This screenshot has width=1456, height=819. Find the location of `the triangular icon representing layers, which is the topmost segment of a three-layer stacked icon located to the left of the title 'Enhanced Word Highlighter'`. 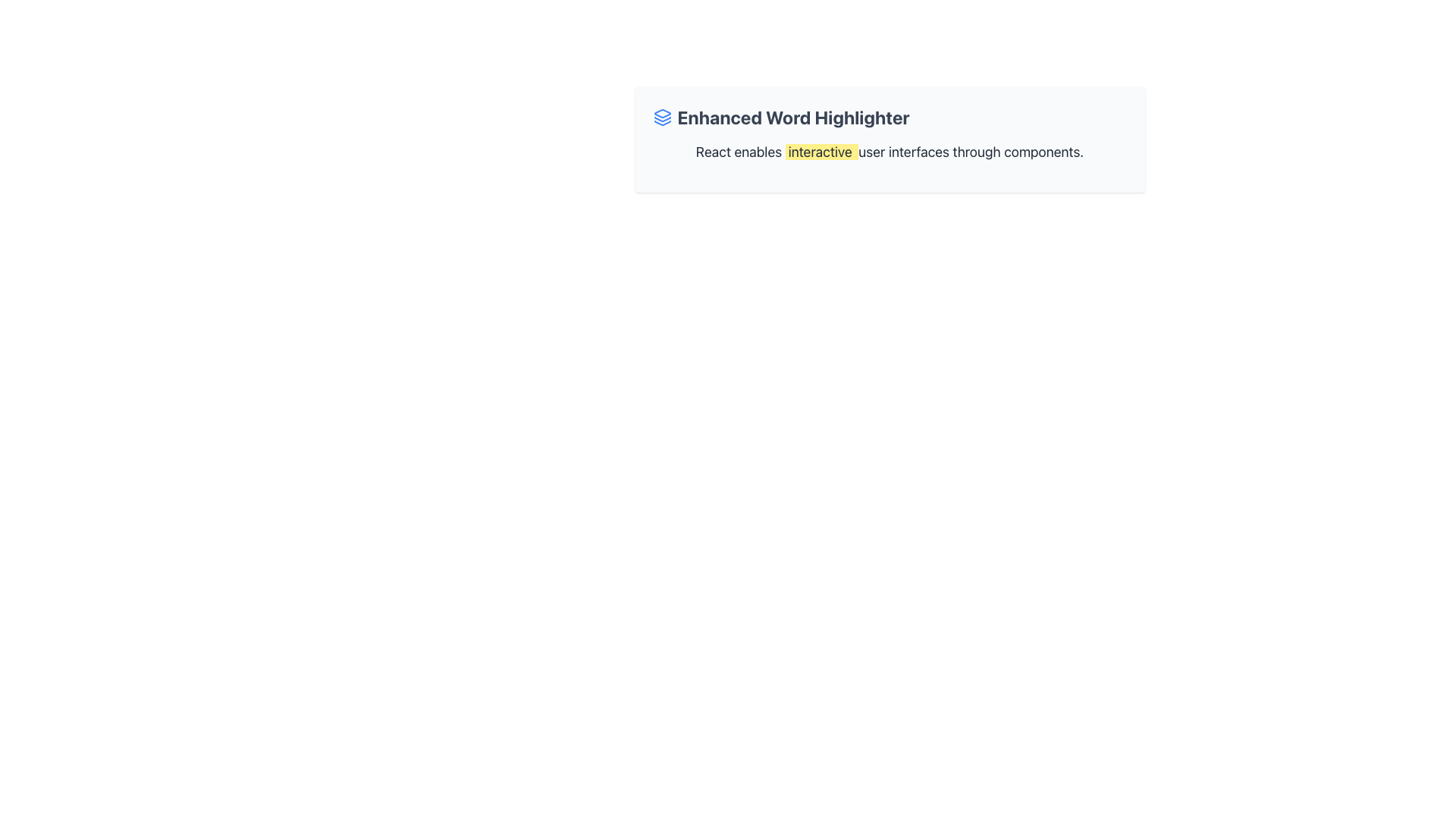

the triangular icon representing layers, which is the topmost segment of a three-layer stacked icon located to the left of the title 'Enhanced Word Highlighter' is located at coordinates (662, 113).